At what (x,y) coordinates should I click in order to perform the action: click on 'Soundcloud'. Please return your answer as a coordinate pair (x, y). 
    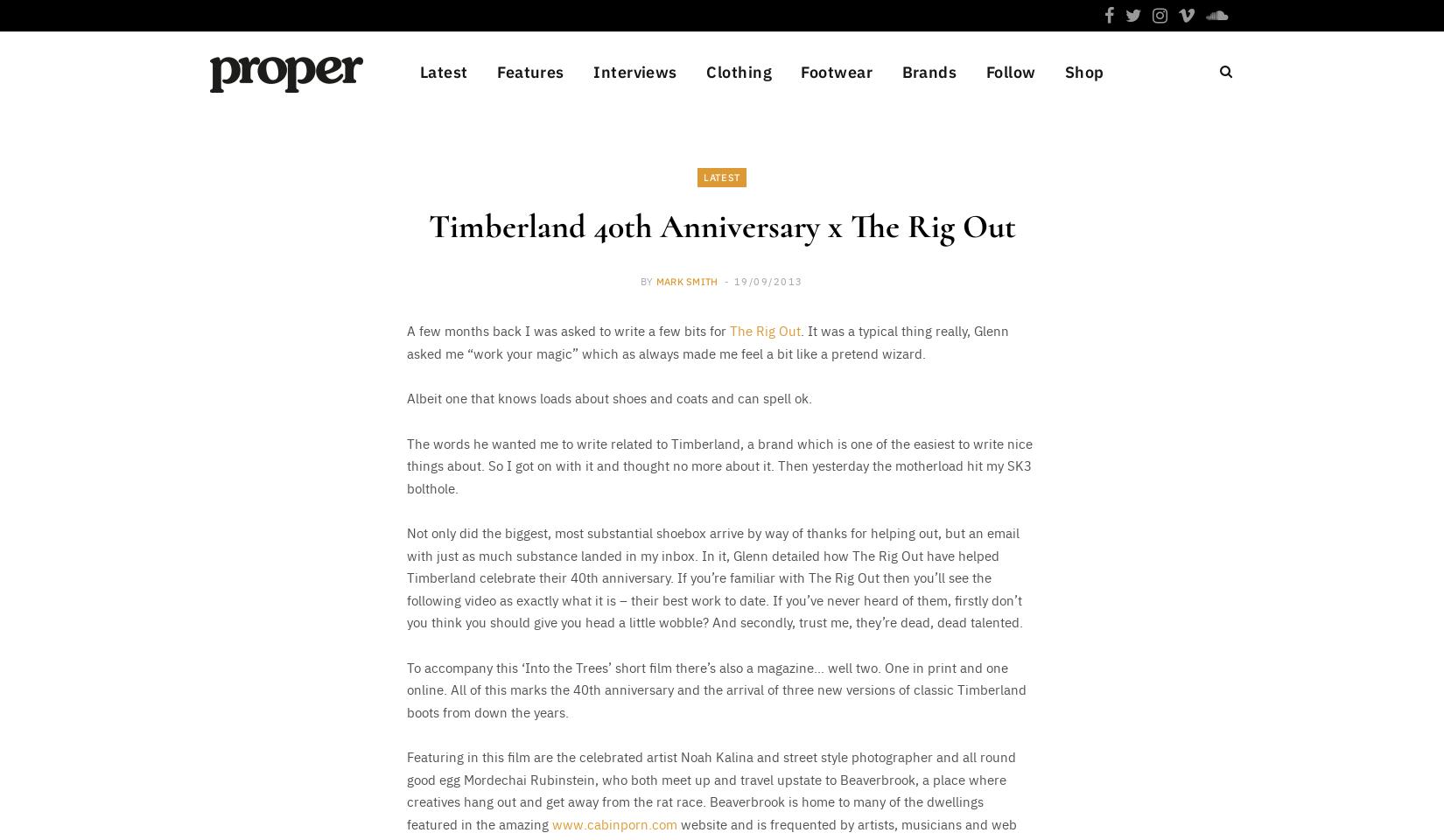
    Looking at the image, I should click on (1023, 462).